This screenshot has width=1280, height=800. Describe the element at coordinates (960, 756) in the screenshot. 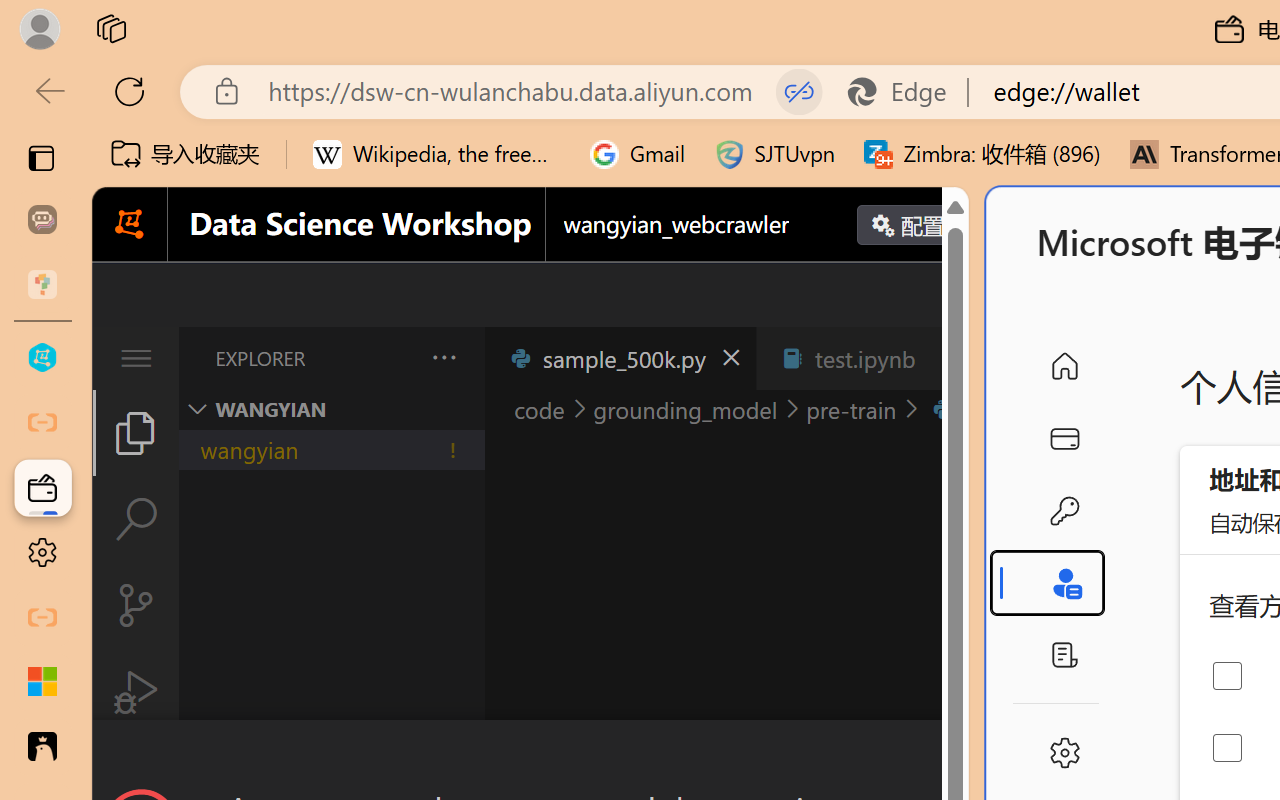

I see `'Close Dialog'` at that location.